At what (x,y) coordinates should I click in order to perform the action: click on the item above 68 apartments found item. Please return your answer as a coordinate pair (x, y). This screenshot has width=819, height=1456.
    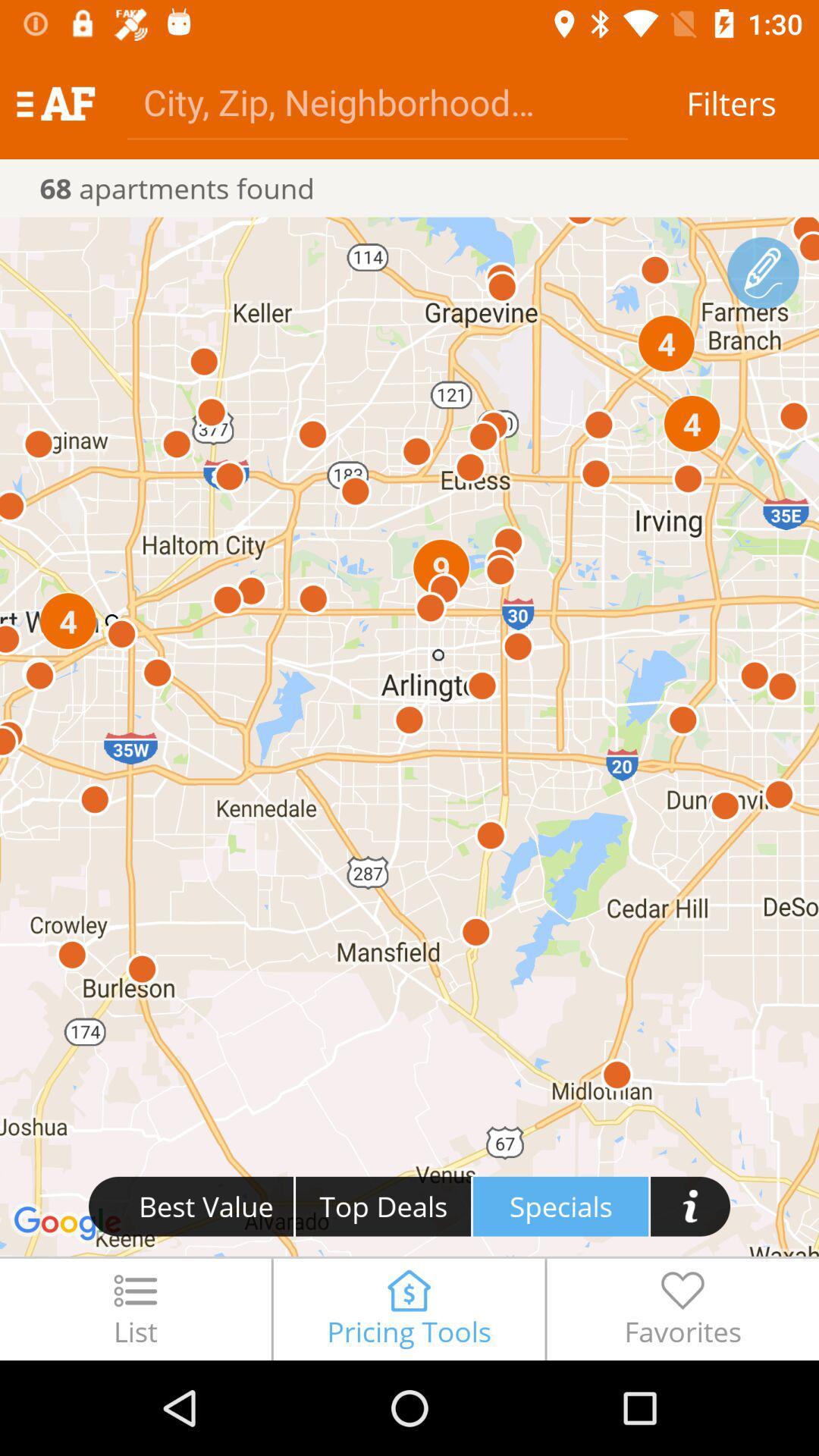
    Looking at the image, I should click on (376, 101).